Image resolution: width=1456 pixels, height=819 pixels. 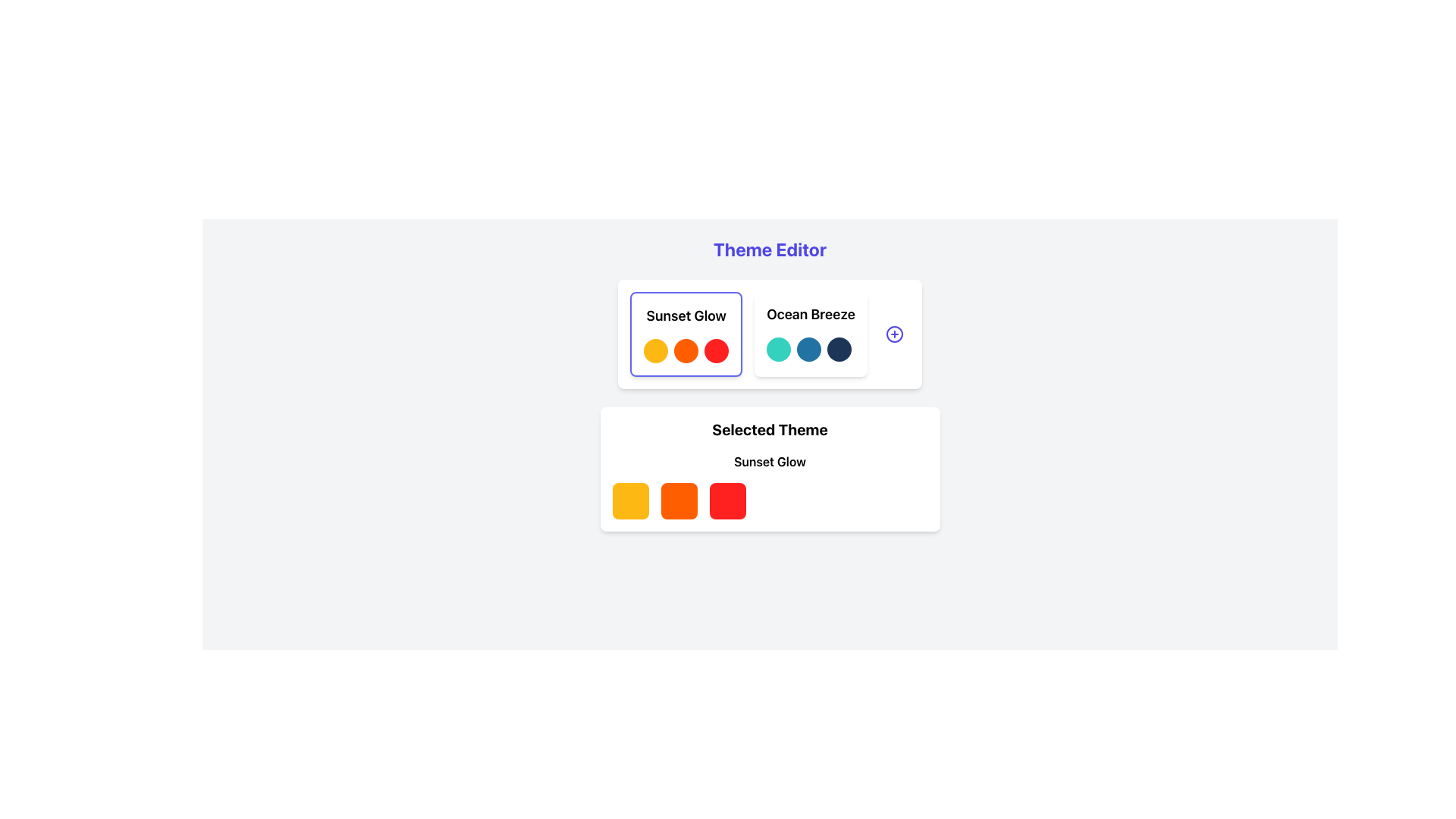 What do you see at coordinates (686, 350) in the screenshot?
I see `the red circular icon within the 'Sunset Glow' visual representation component in the Theme Editor interface` at bounding box center [686, 350].